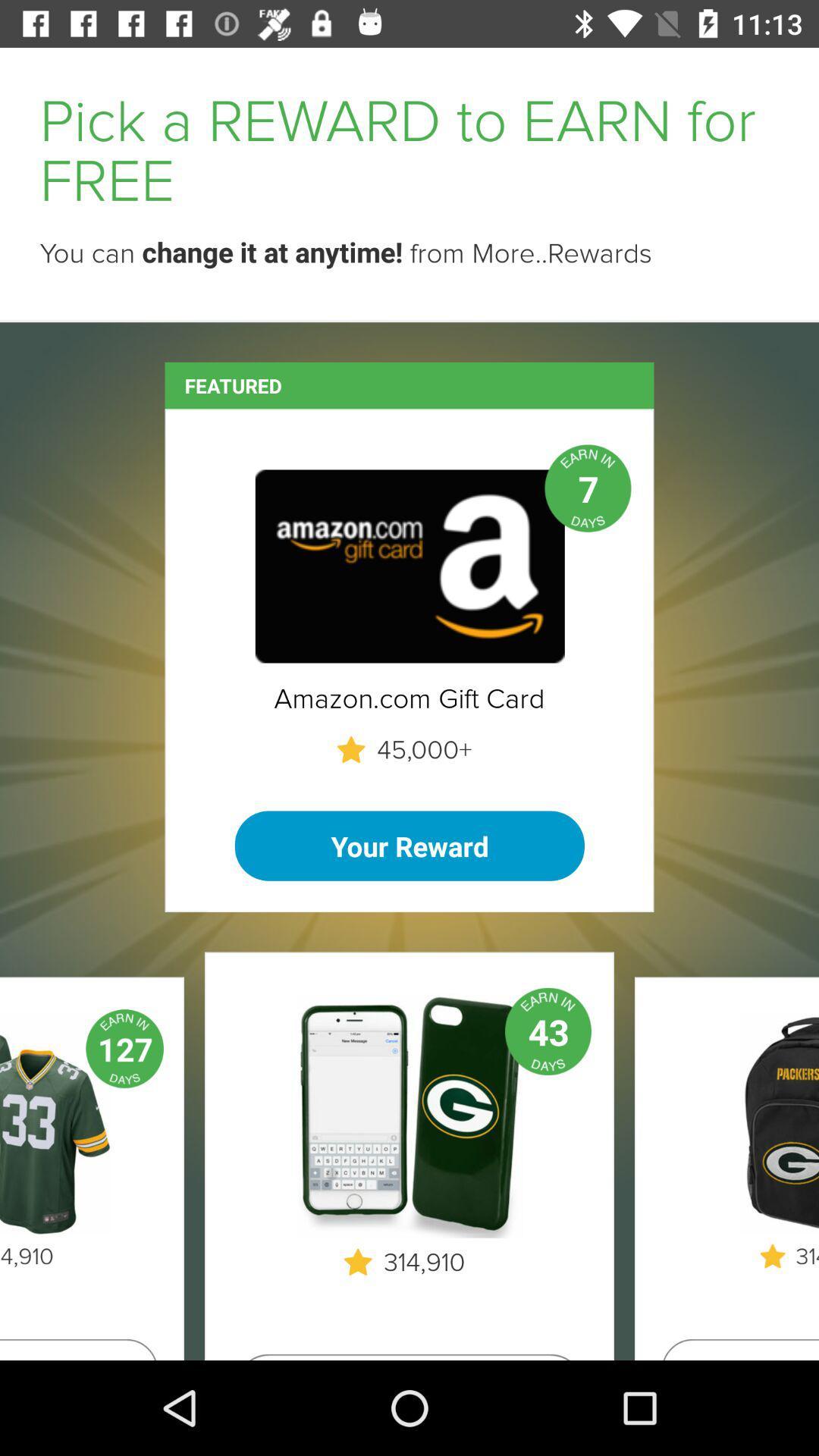 The image size is (819, 1456). I want to click on the image at the centre bottom, so click(409, 1116).